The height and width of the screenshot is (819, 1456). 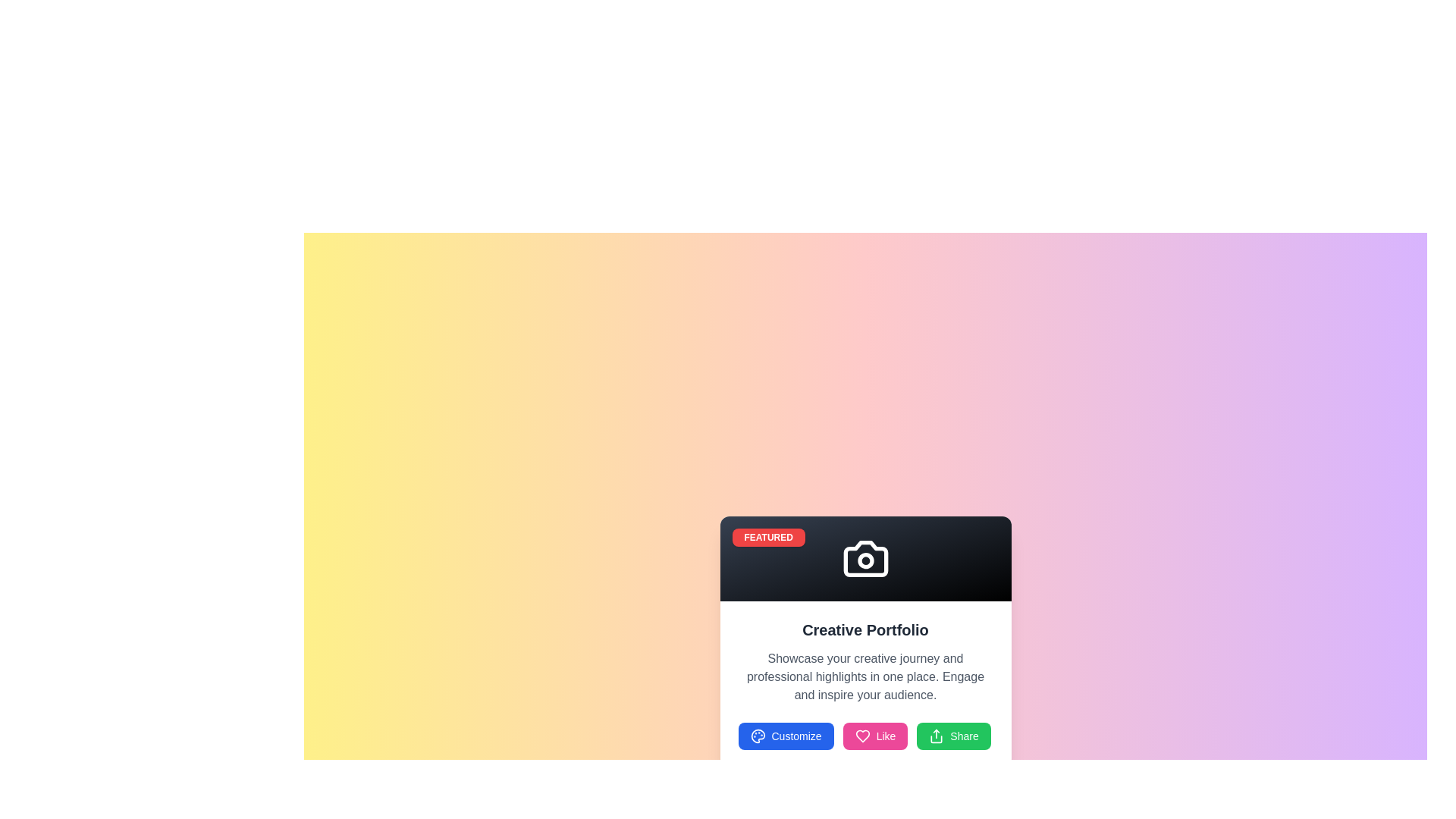 What do you see at coordinates (865, 676) in the screenshot?
I see `the explanatory text element that describes the creative journey and professional highlights, located beneath the title 'Creative Portfolio'` at bounding box center [865, 676].